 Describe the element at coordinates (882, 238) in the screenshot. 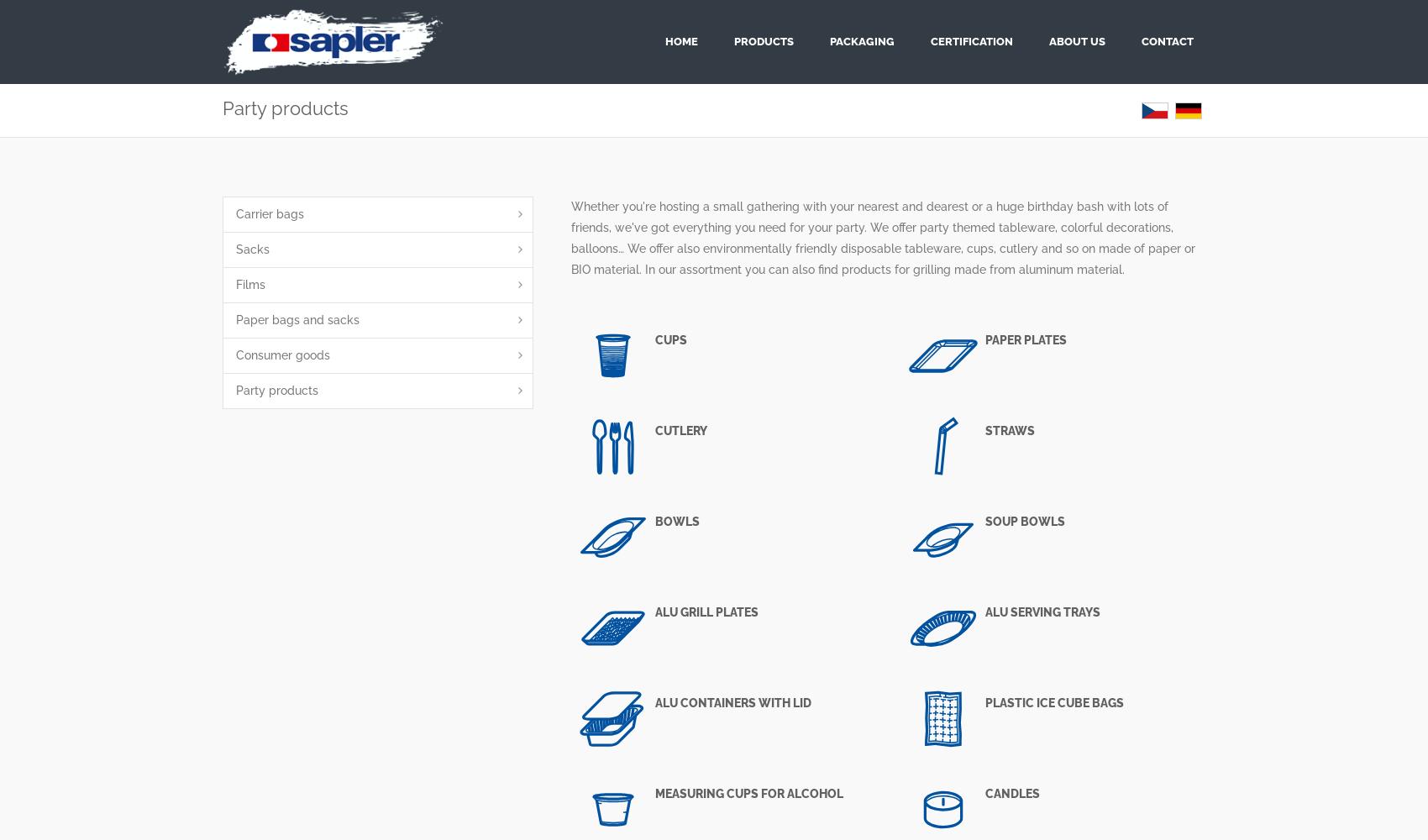

I see `'Whether you're hosting a small gathering with your nearest and dearest or a huge birthday bash with lots of friends, we've got everything you need for your party. We offer party themed tableware, colorful decorations, balloons… We offer also environmentally friendly disposable tableware, cups, cutlery and so on made of paper or BIO material. In our assortment you can also find products for grilling made from aluminum material.'` at that location.